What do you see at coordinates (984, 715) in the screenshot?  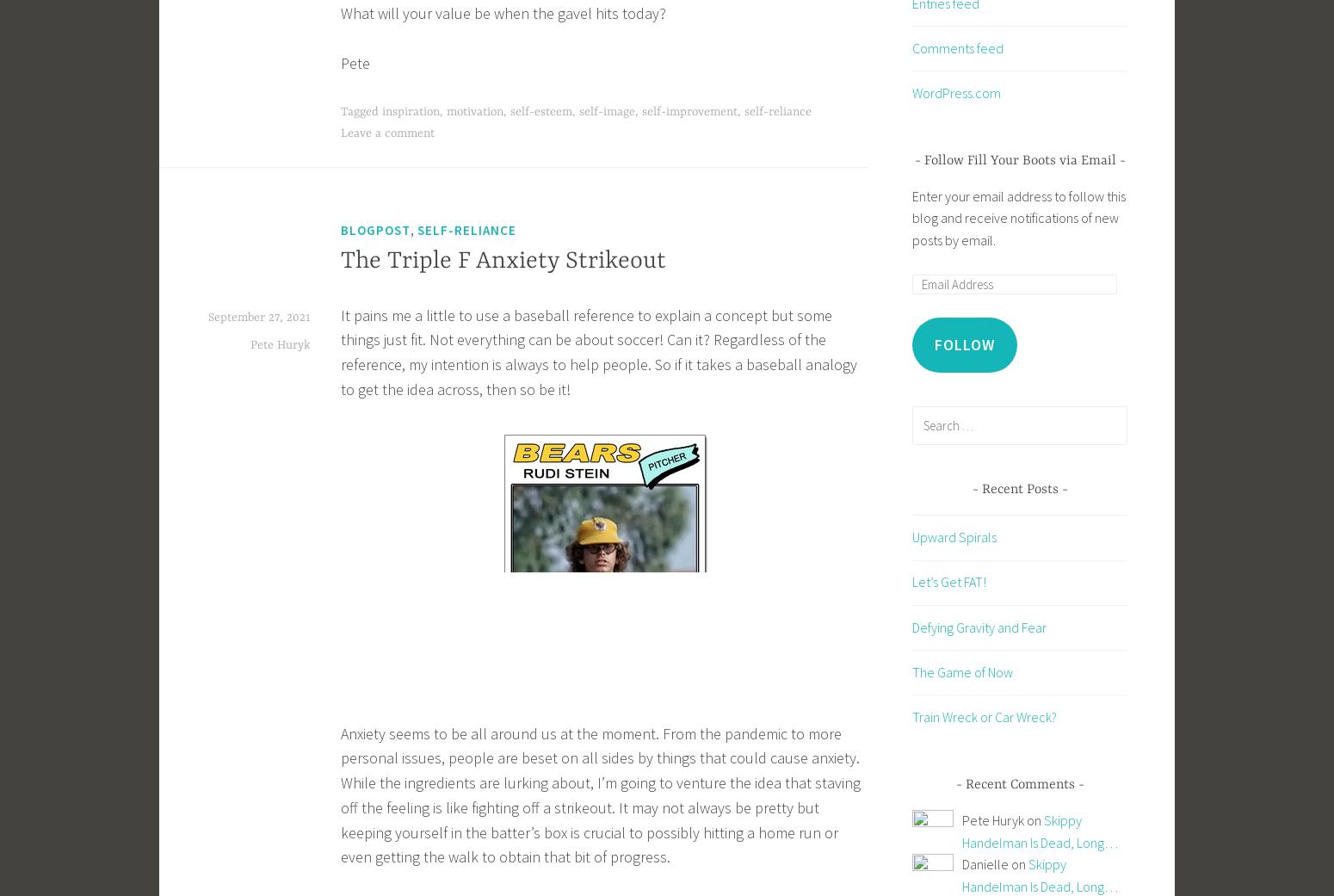 I see `'Train Wreck or Car Wreck?'` at bounding box center [984, 715].